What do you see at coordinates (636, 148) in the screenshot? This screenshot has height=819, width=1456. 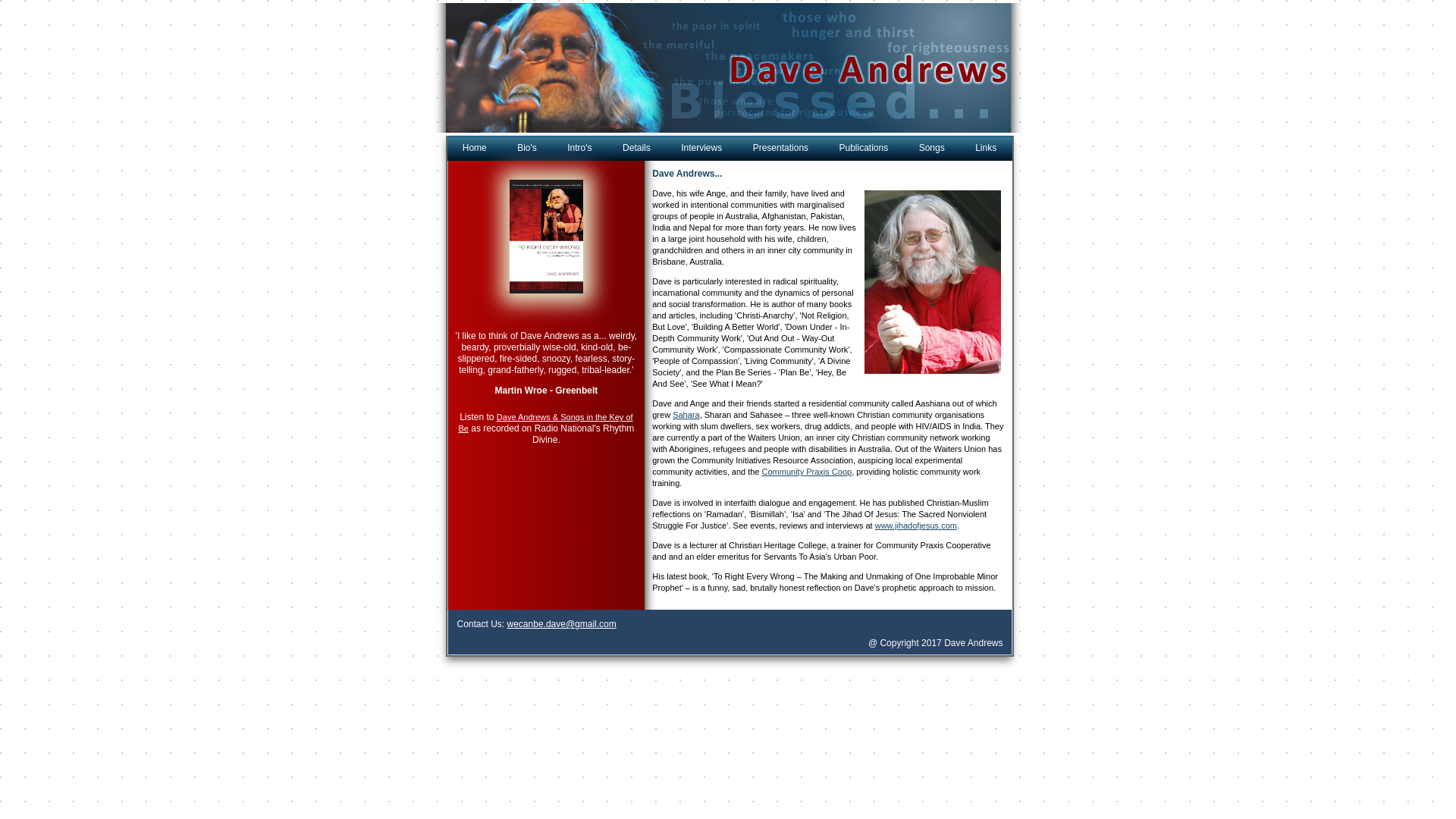 I see `'Details'` at bounding box center [636, 148].